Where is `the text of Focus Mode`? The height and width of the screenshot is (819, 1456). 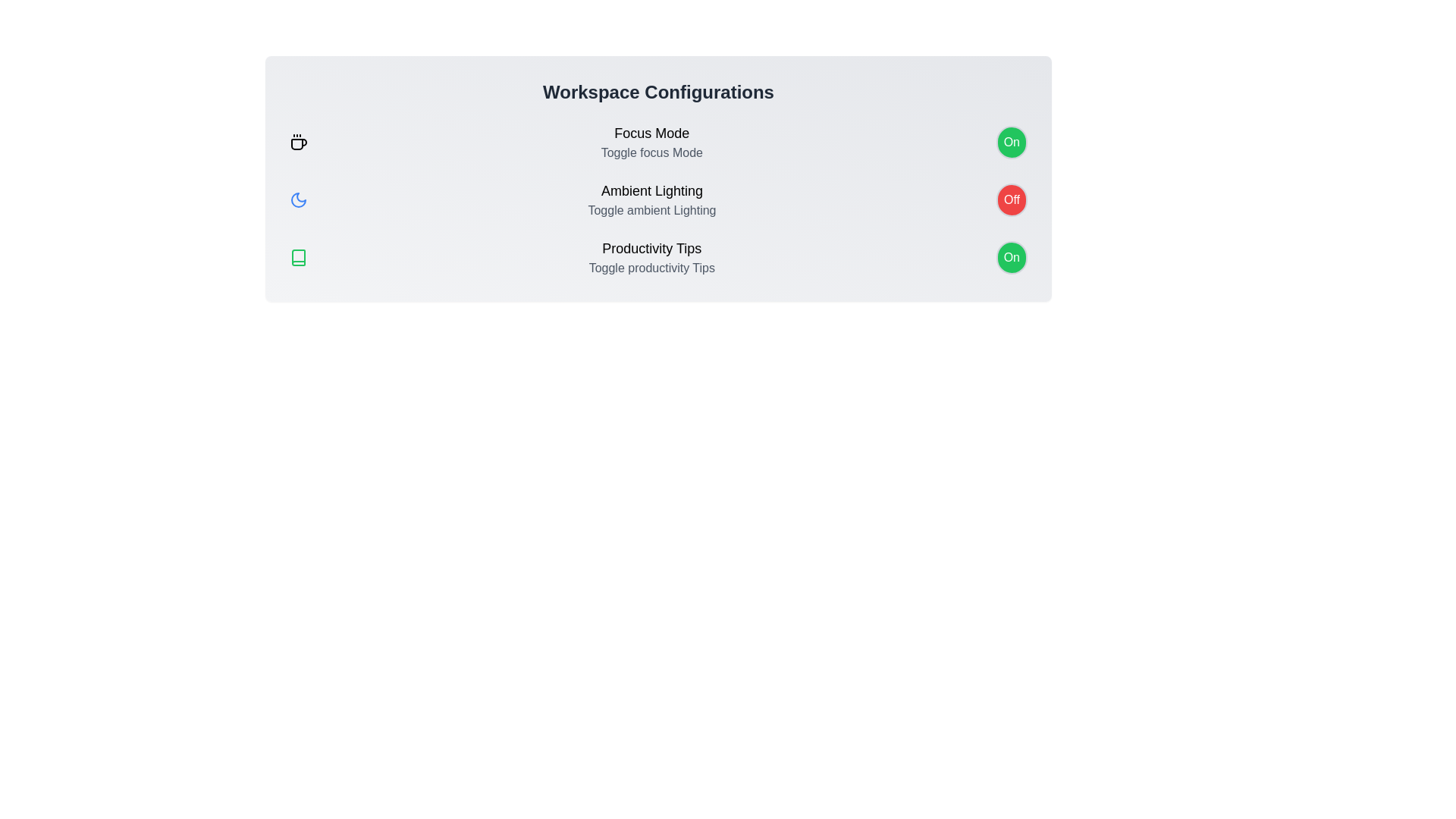 the text of Focus Mode is located at coordinates (651, 133).